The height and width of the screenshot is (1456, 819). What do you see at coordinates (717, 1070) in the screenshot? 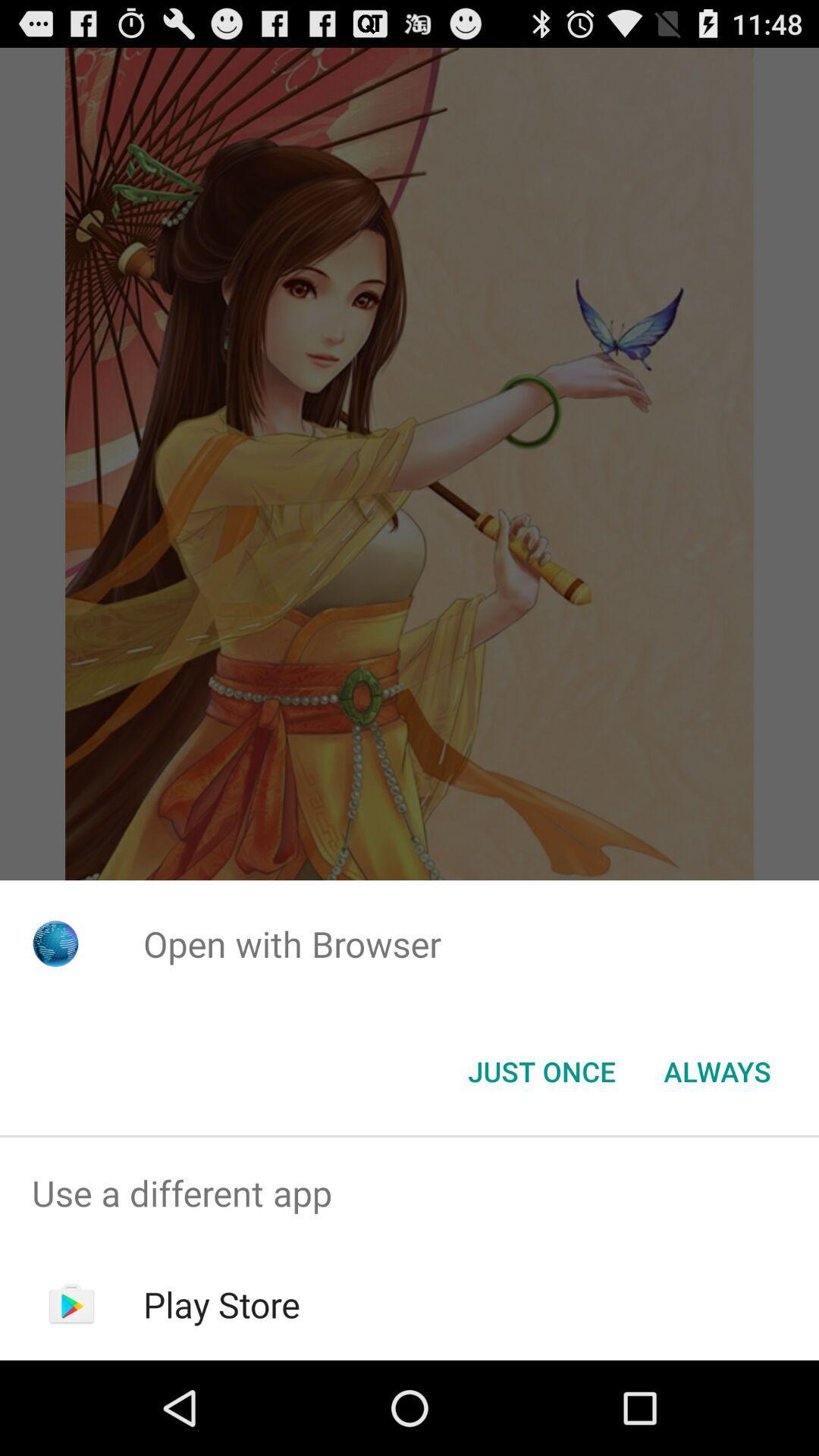
I see `the always button` at bounding box center [717, 1070].